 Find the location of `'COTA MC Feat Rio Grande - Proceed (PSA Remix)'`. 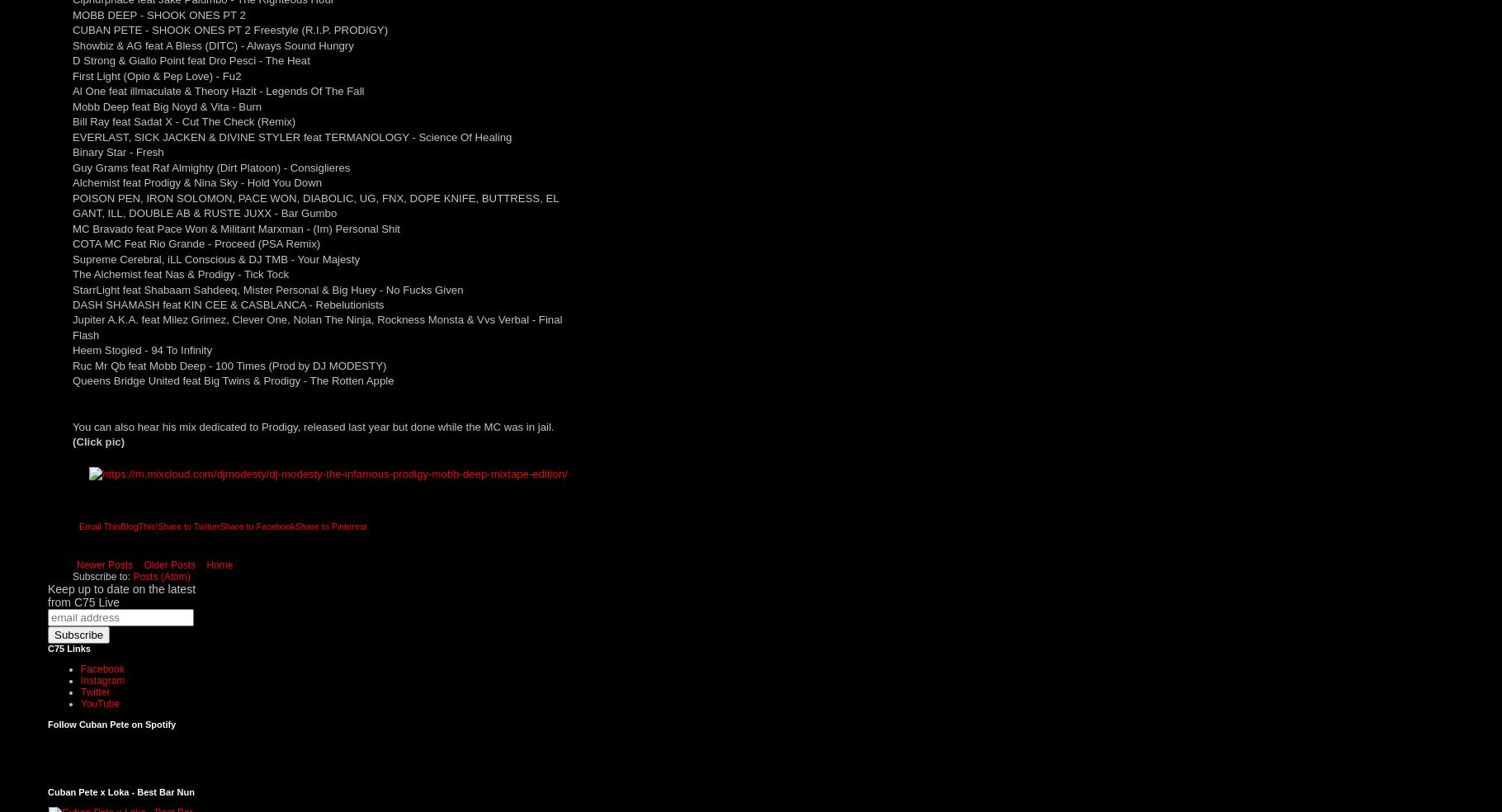

'COTA MC Feat Rio Grande - Proceed (PSA Remix)' is located at coordinates (196, 243).